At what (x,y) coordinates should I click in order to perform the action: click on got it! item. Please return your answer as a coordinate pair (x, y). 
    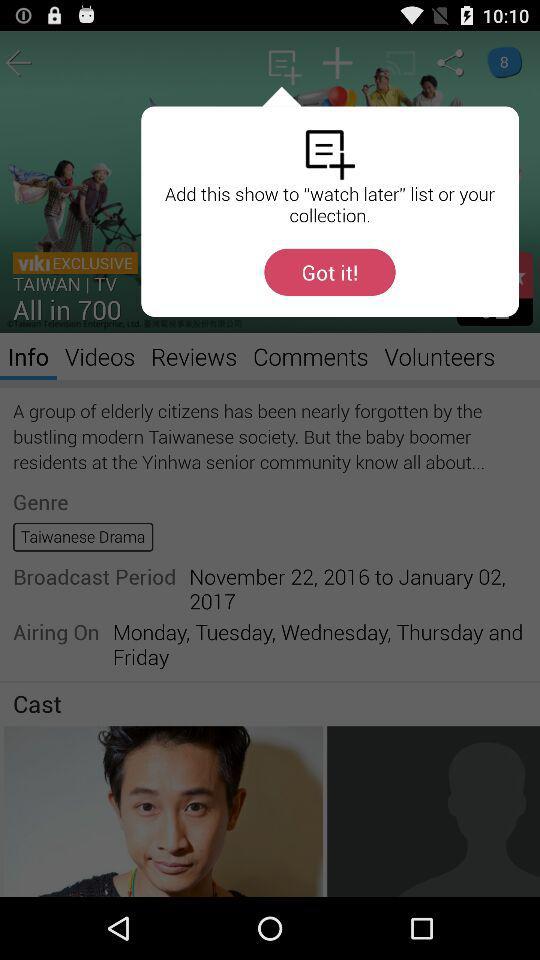
    Looking at the image, I should click on (329, 271).